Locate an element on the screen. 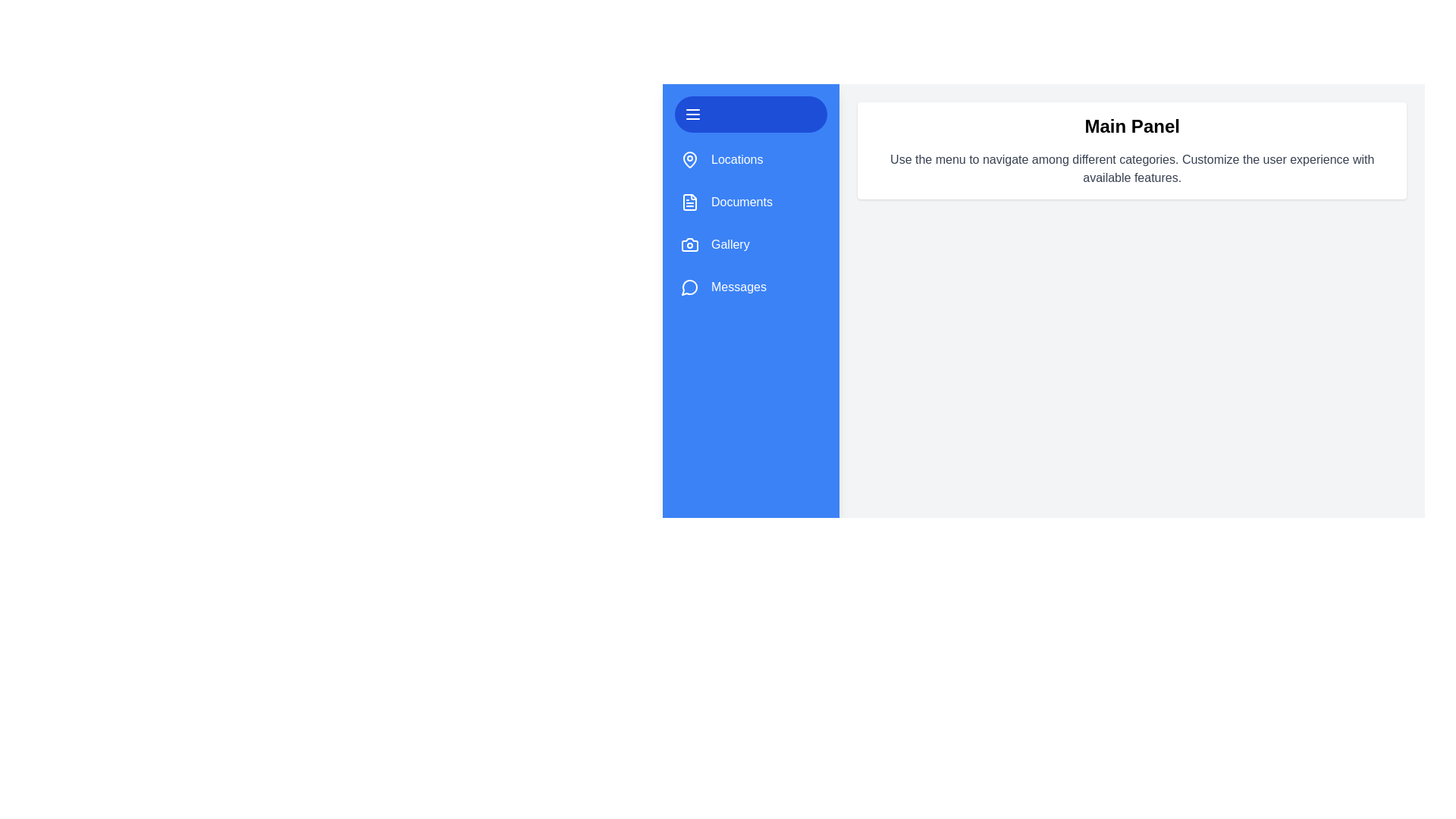 This screenshot has width=1456, height=819. the category item Gallery to visually interact with it is located at coordinates (712, 244).